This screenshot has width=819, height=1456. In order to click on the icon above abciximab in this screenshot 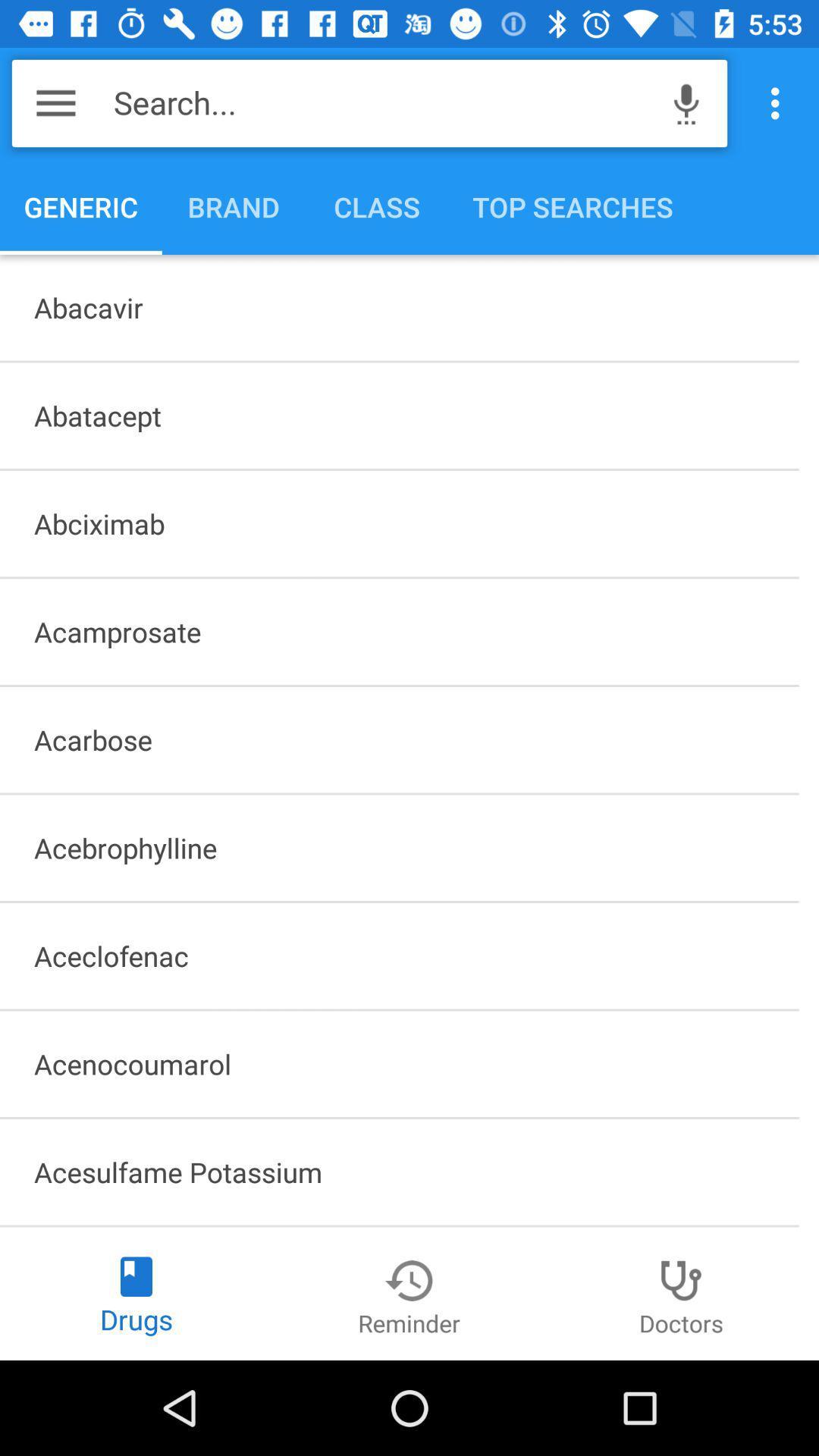, I will do `click(398, 416)`.